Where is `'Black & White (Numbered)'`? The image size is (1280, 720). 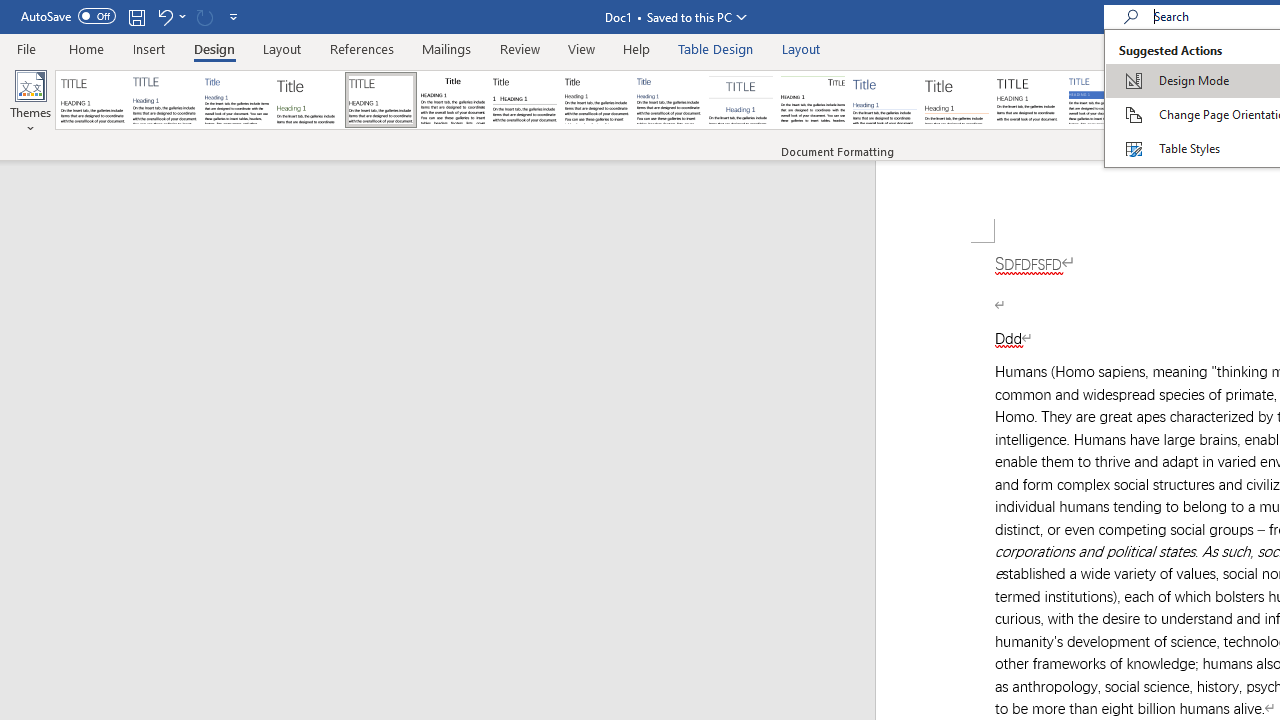
'Black & White (Numbered)' is located at coordinates (524, 100).